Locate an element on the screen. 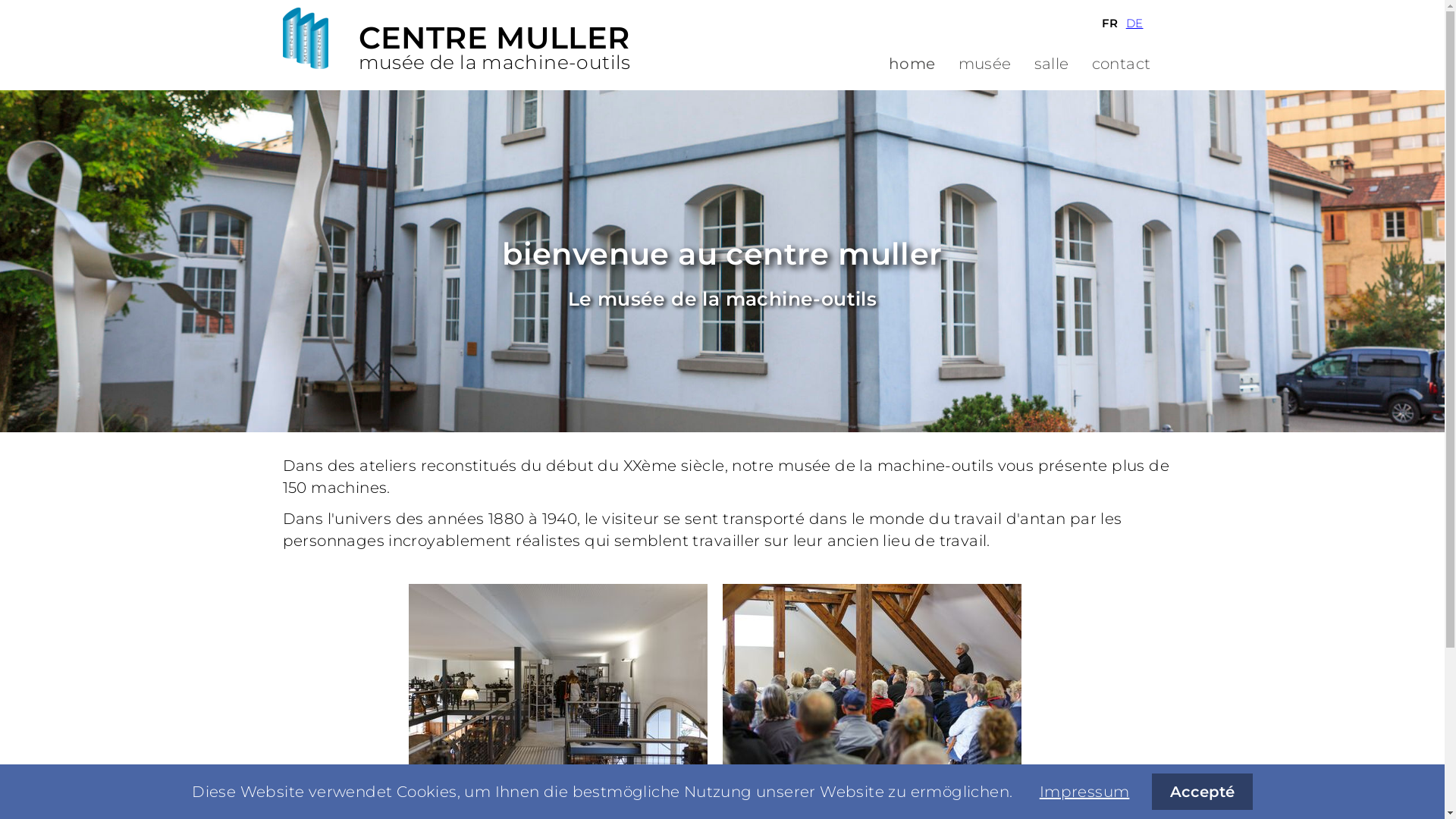 The height and width of the screenshot is (819, 1456). 'muller group sa' is located at coordinates (935, 800).